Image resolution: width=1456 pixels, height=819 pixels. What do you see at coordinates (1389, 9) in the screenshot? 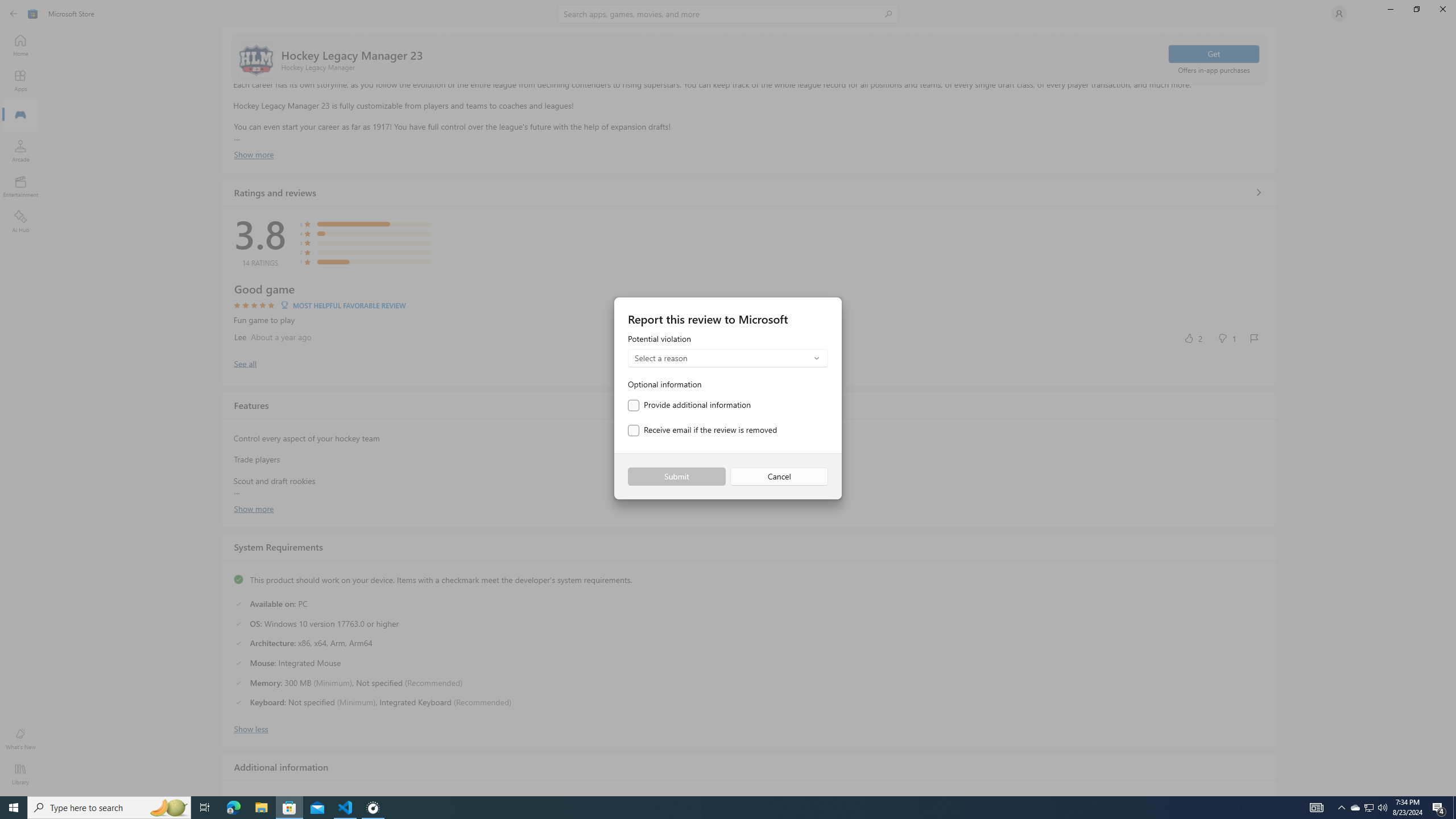
I see `'Minimize Microsoft Store'` at bounding box center [1389, 9].